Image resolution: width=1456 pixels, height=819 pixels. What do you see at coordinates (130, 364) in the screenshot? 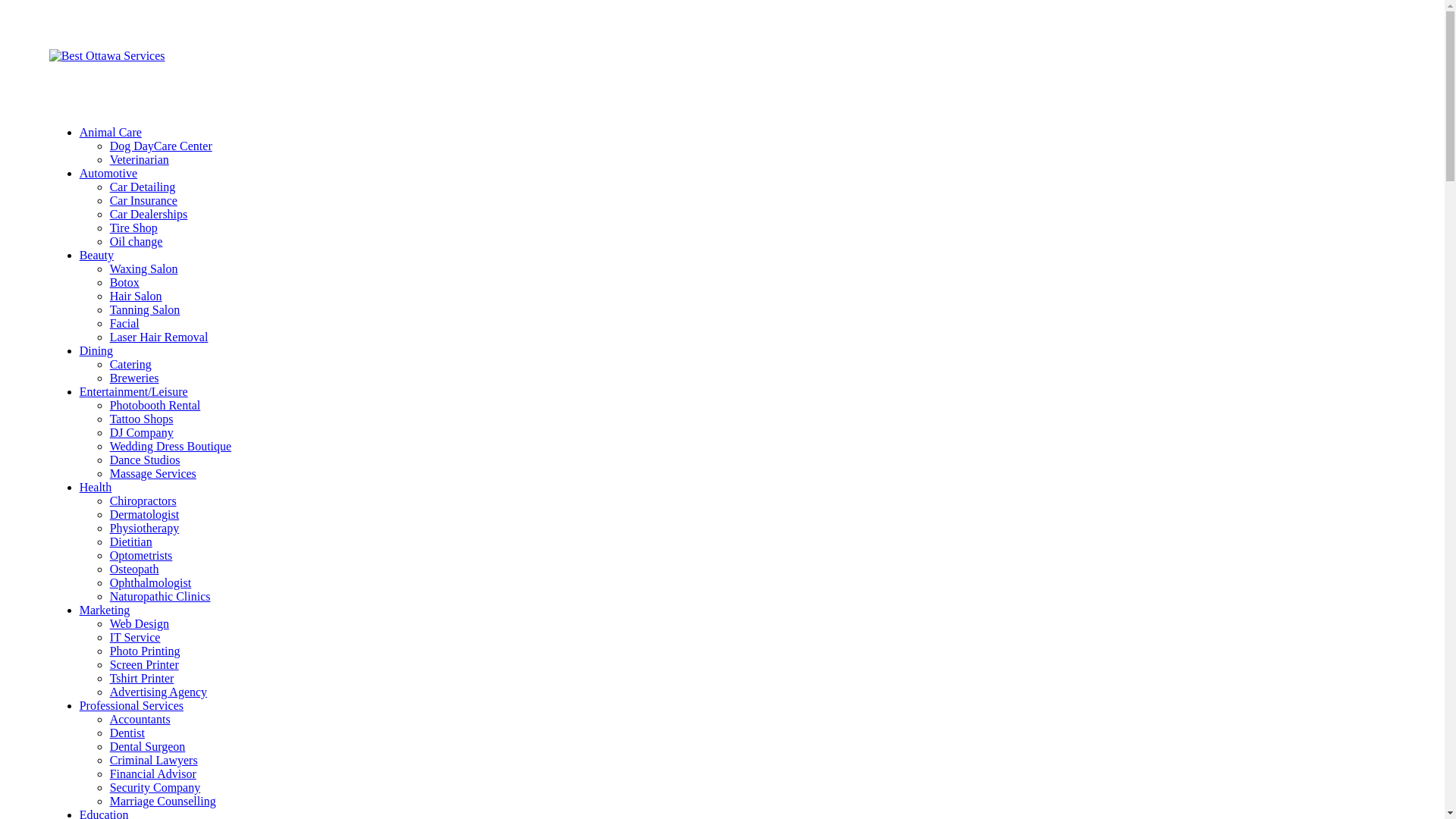
I see `'Catering'` at bounding box center [130, 364].